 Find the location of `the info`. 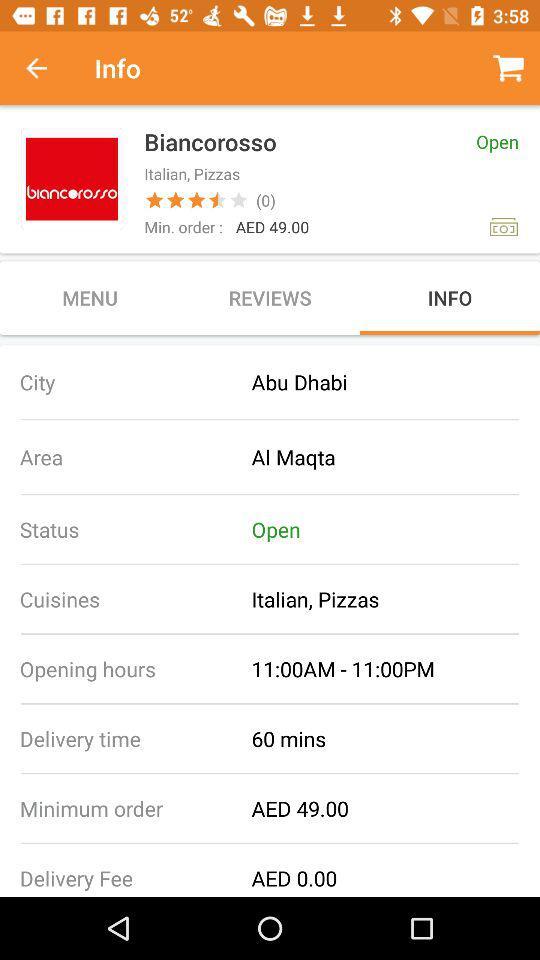

the info is located at coordinates (449, 296).